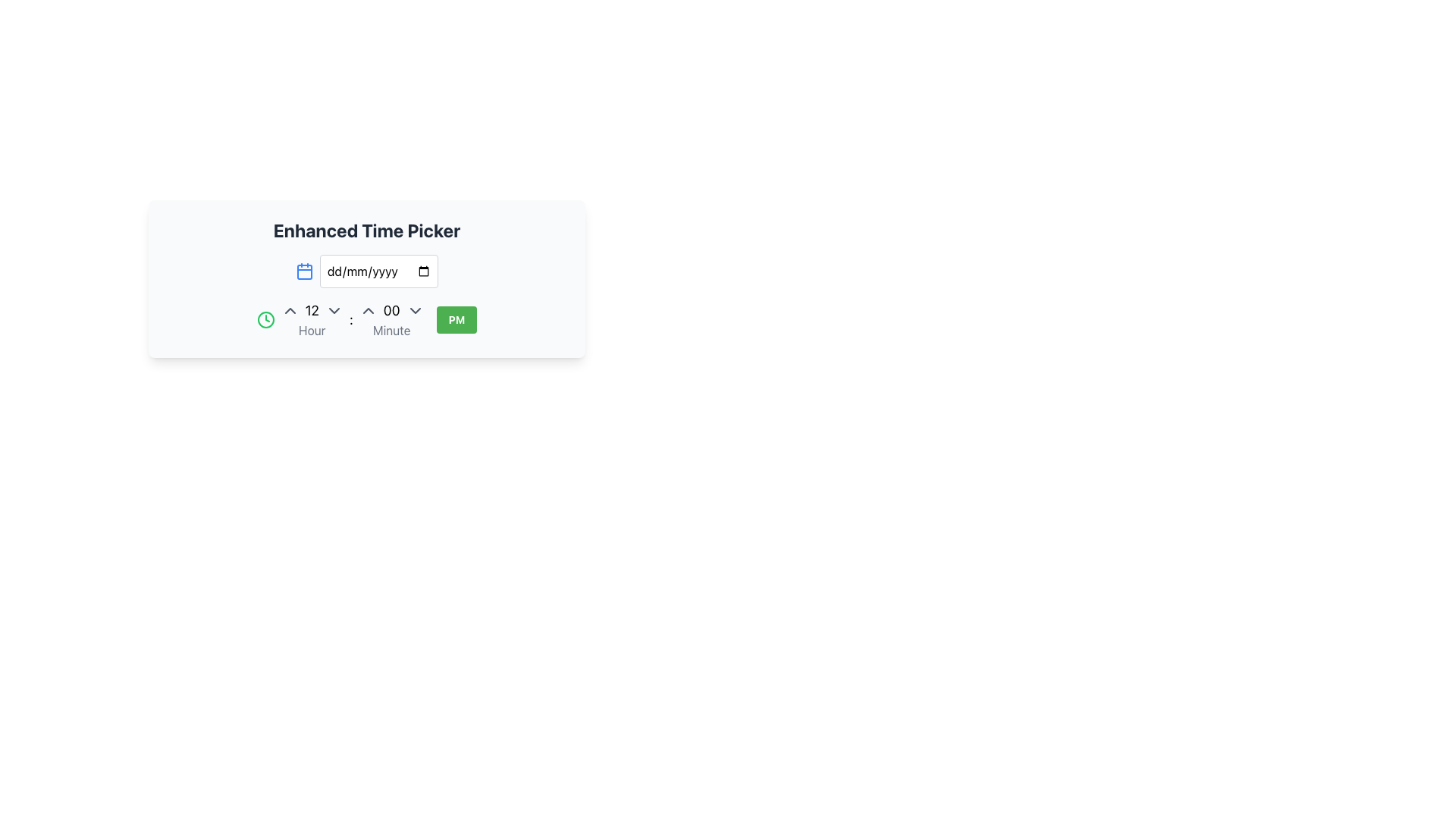 The height and width of the screenshot is (819, 1456). What do you see at coordinates (311, 309) in the screenshot?
I see `the static text display that shows the currently selected hour in the time selection interface, located beneath the label 'Hour'` at bounding box center [311, 309].